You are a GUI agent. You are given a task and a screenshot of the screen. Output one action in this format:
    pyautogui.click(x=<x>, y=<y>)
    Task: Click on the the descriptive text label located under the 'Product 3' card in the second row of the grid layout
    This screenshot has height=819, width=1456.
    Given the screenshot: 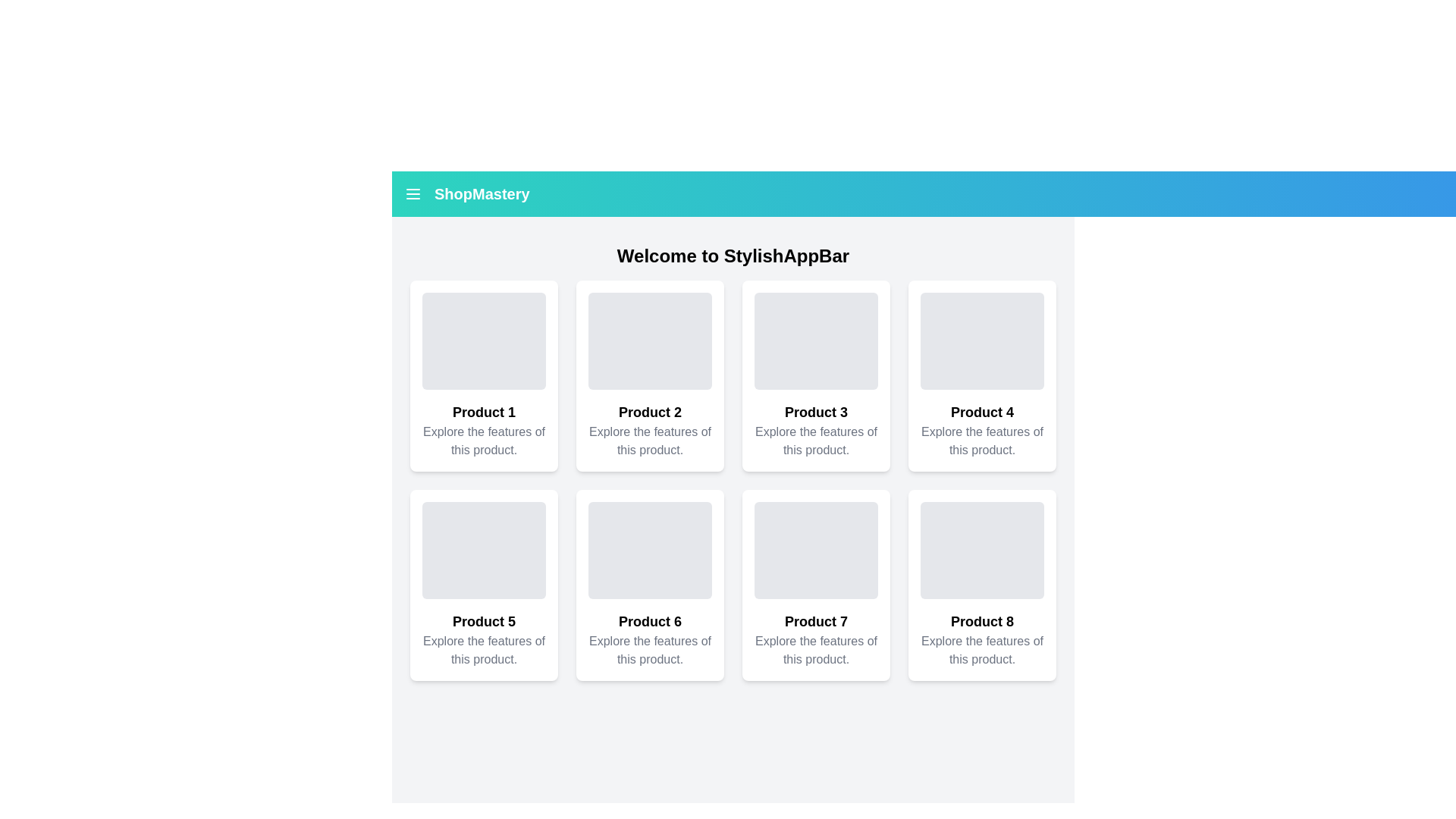 What is the action you would take?
    pyautogui.click(x=815, y=441)
    